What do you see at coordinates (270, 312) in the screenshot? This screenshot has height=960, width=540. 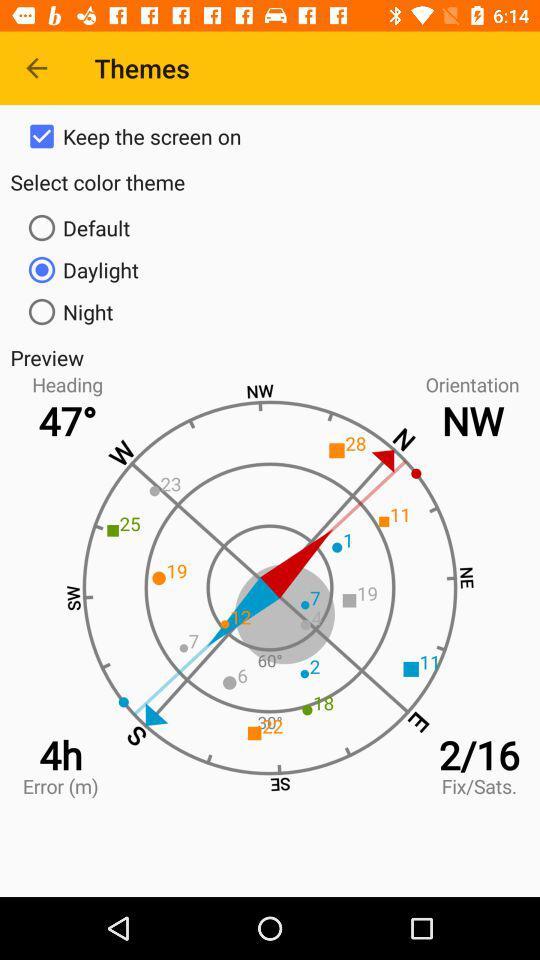 I see `icon above preview icon` at bounding box center [270, 312].